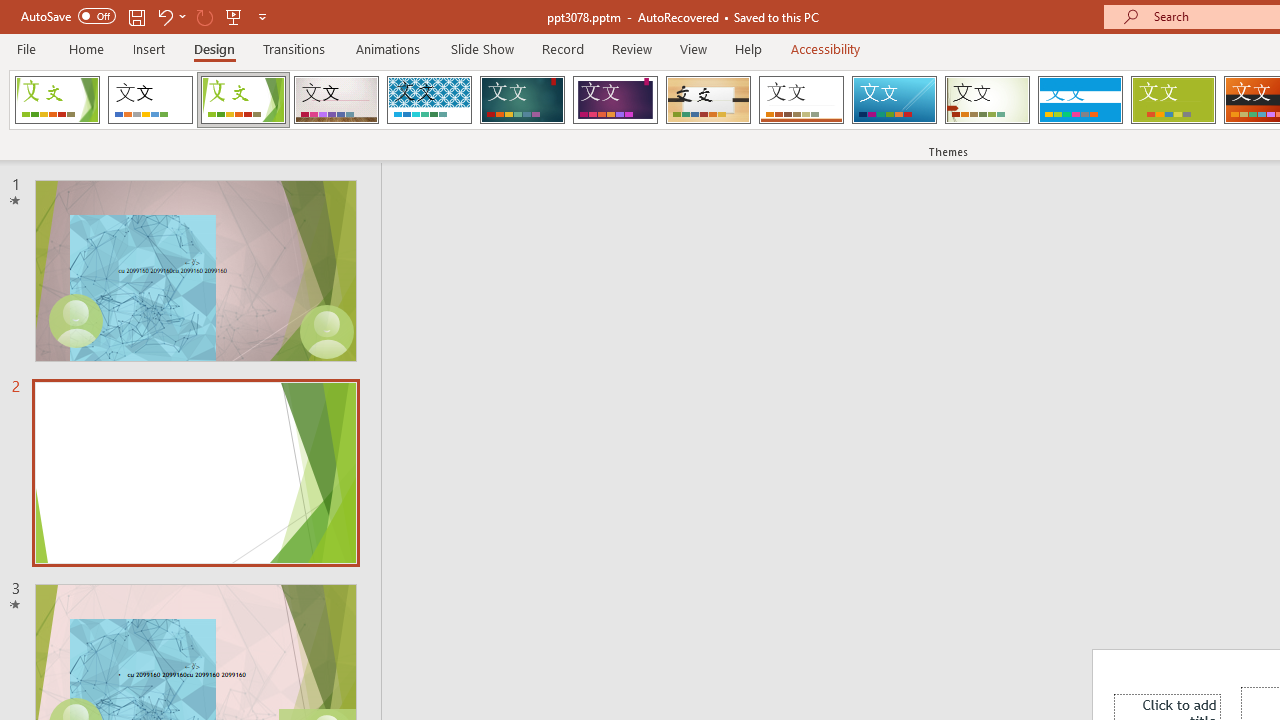 The width and height of the screenshot is (1280, 720). What do you see at coordinates (893, 100) in the screenshot?
I see `'Slice'` at bounding box center [893, 100].